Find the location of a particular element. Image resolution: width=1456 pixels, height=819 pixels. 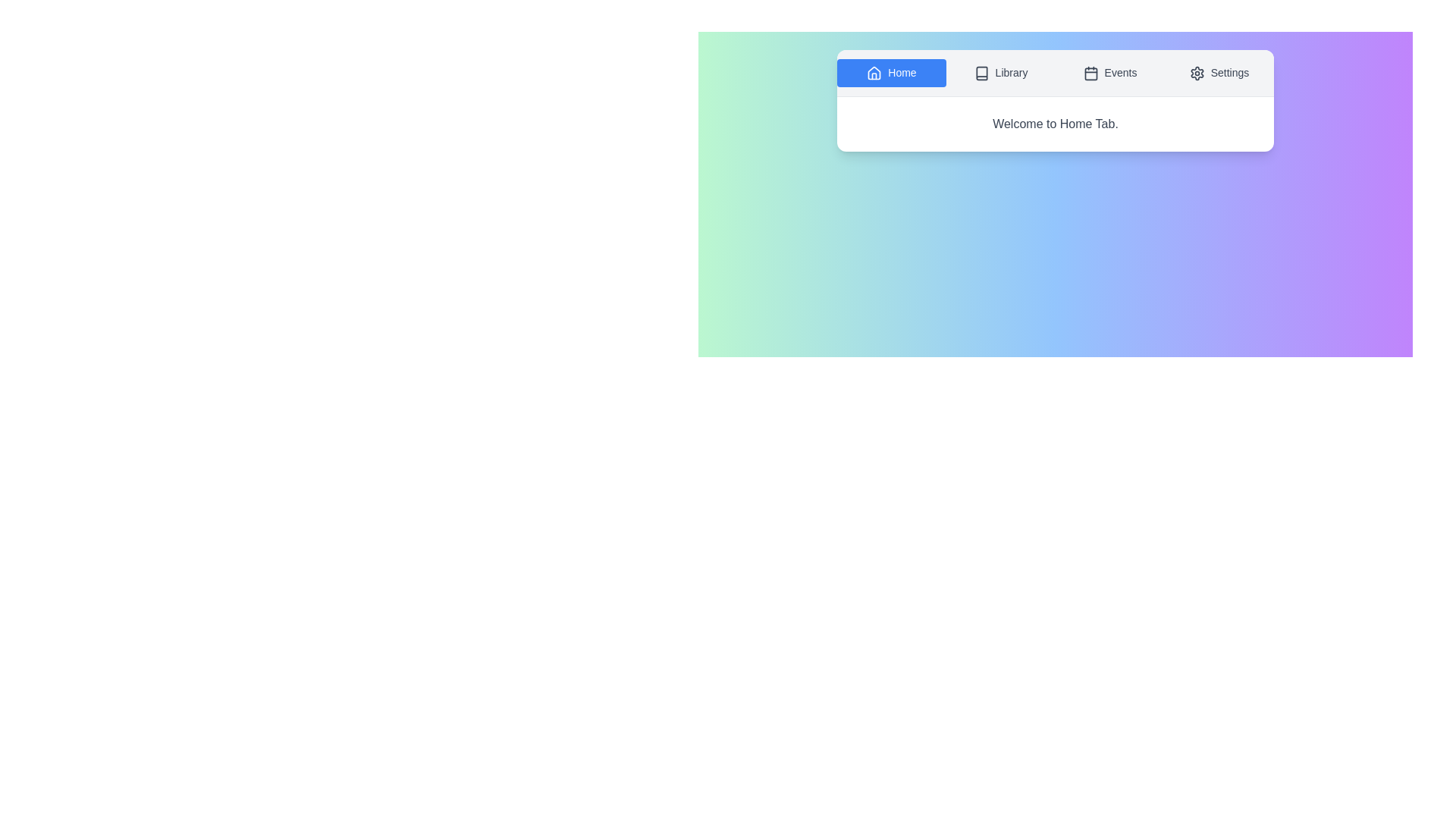

the 'Library' icon in the navigation bar is located at coordinates (981, 73).